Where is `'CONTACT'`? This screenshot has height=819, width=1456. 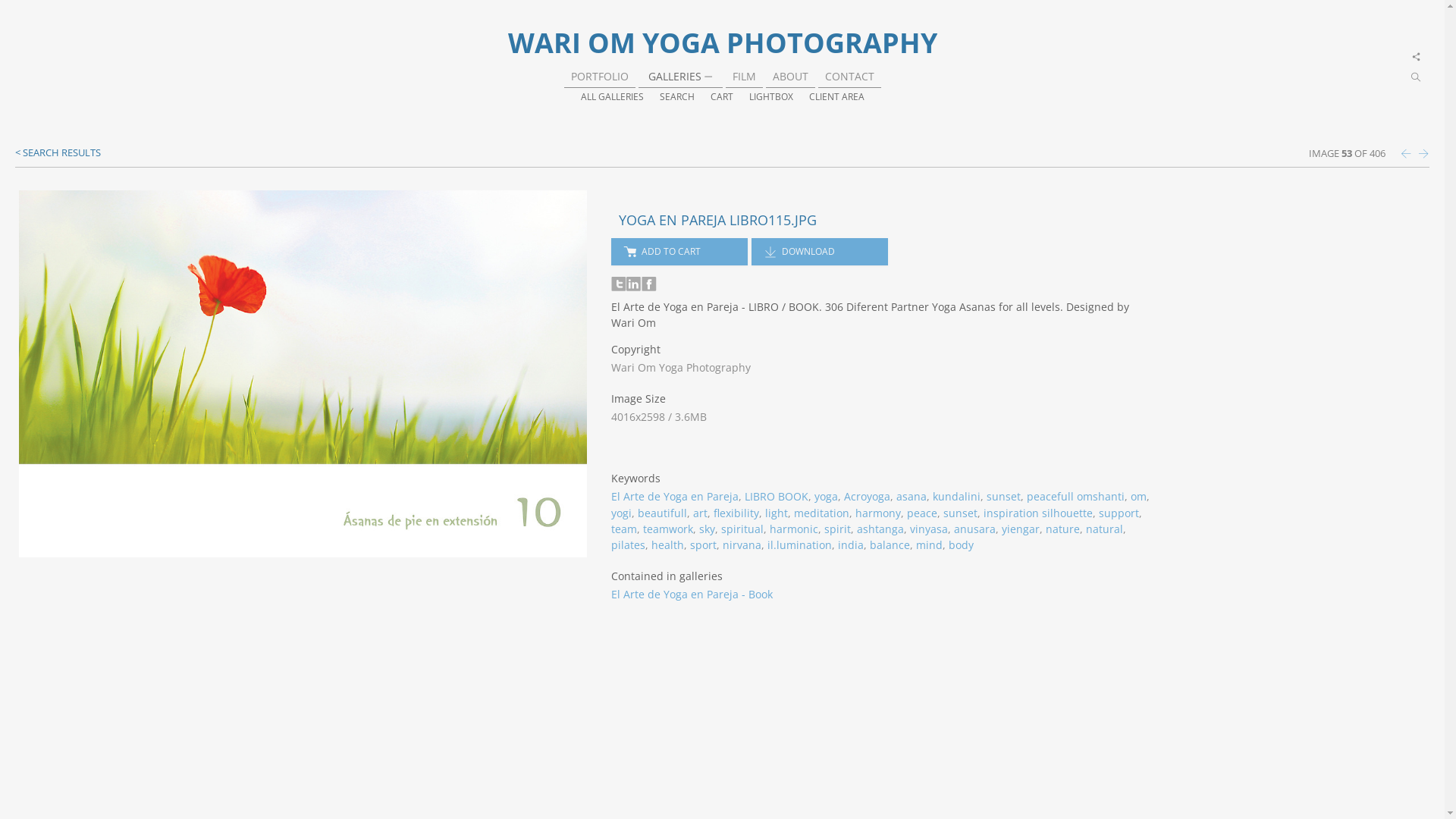 'CONTACT' is located at coordinates (849, 76).